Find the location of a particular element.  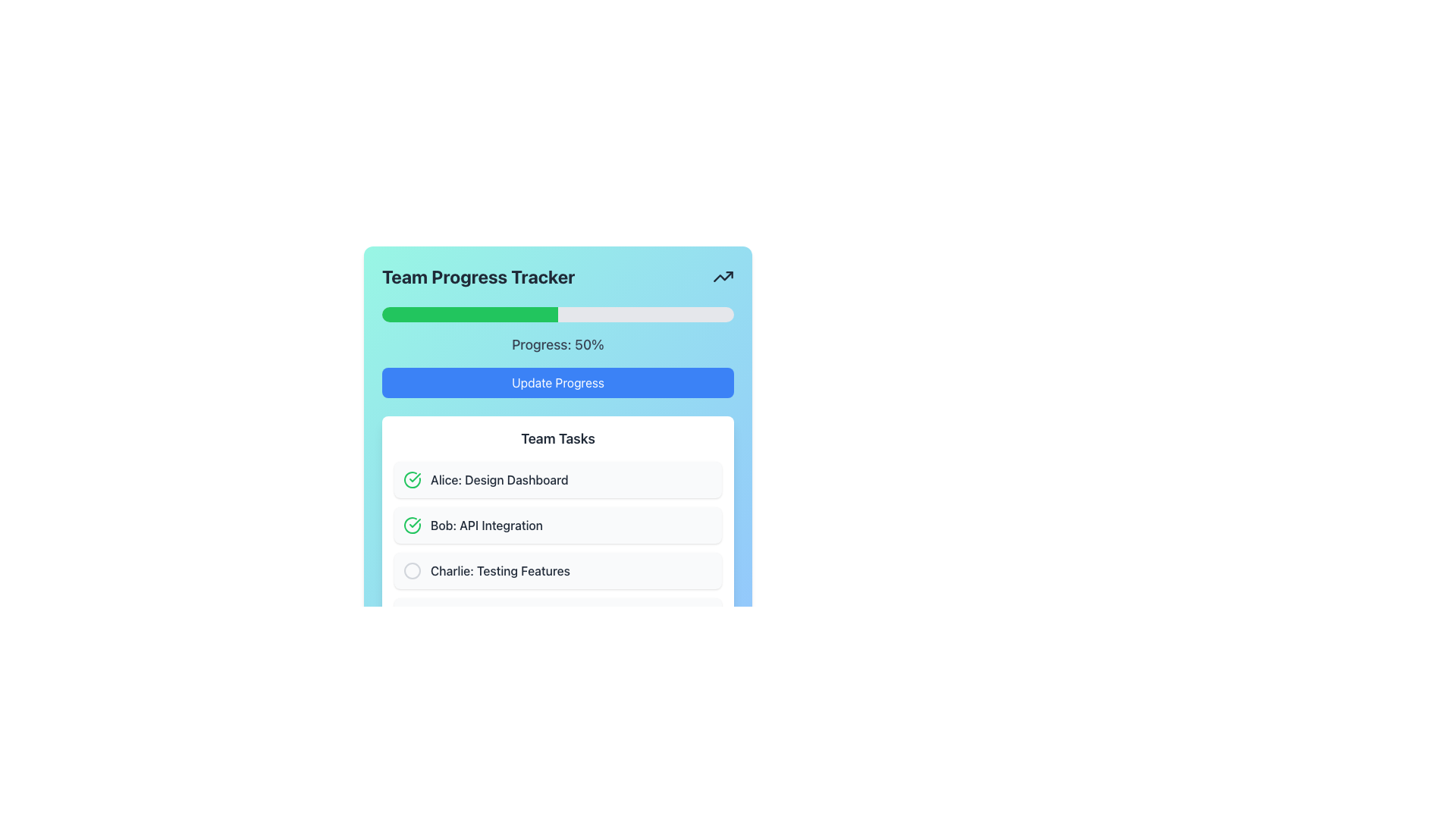

the text label displaying 'Testing Features', which is the third task listed in the 'Team Tasks' section, located below 'Bob: API Integration' is located at coordinates (500, 570).